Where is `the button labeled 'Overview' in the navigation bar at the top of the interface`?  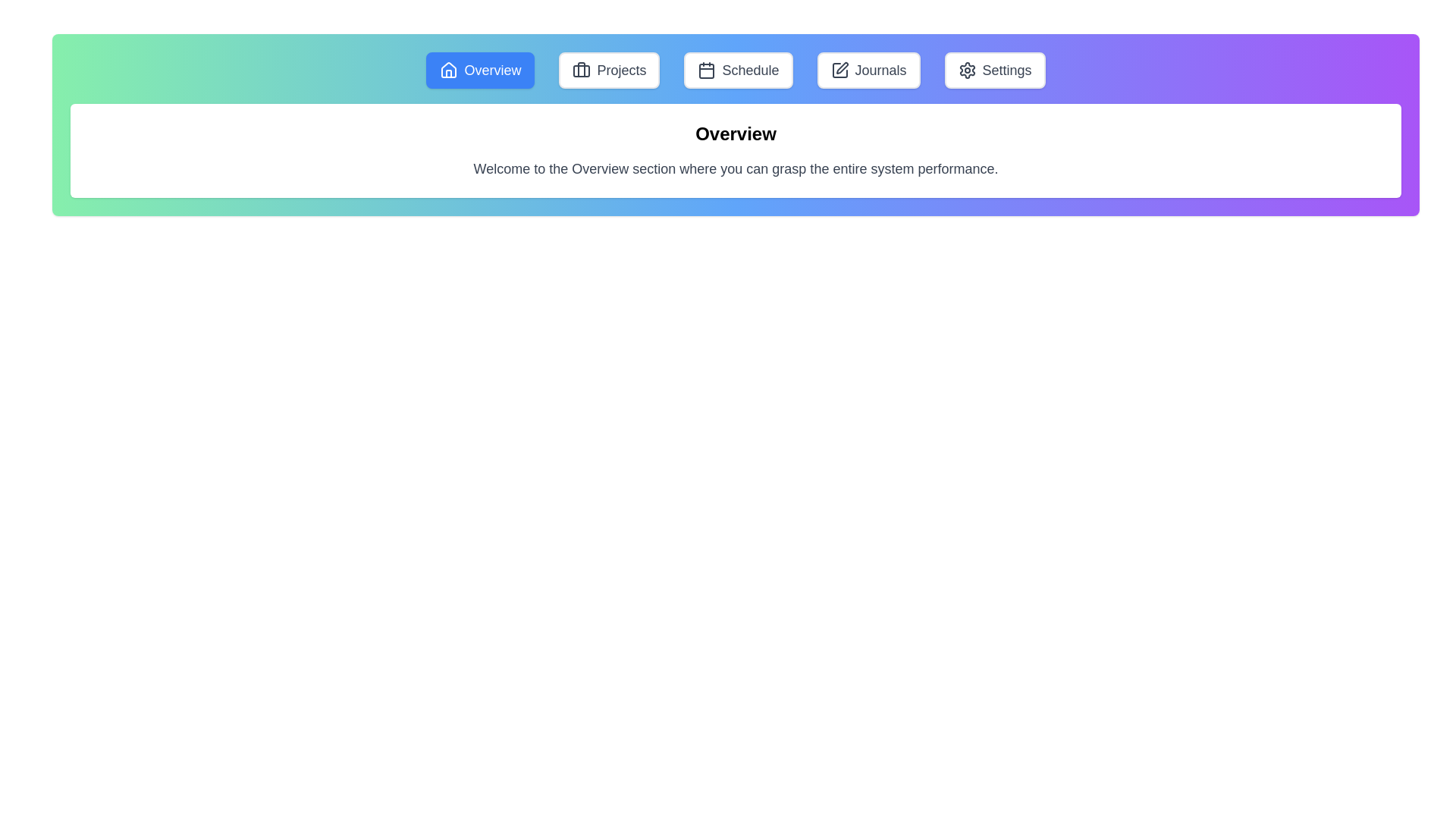 the button labeled 'Overview' in the navigation bar at the top of the interface is located at coordinates (736, 70).